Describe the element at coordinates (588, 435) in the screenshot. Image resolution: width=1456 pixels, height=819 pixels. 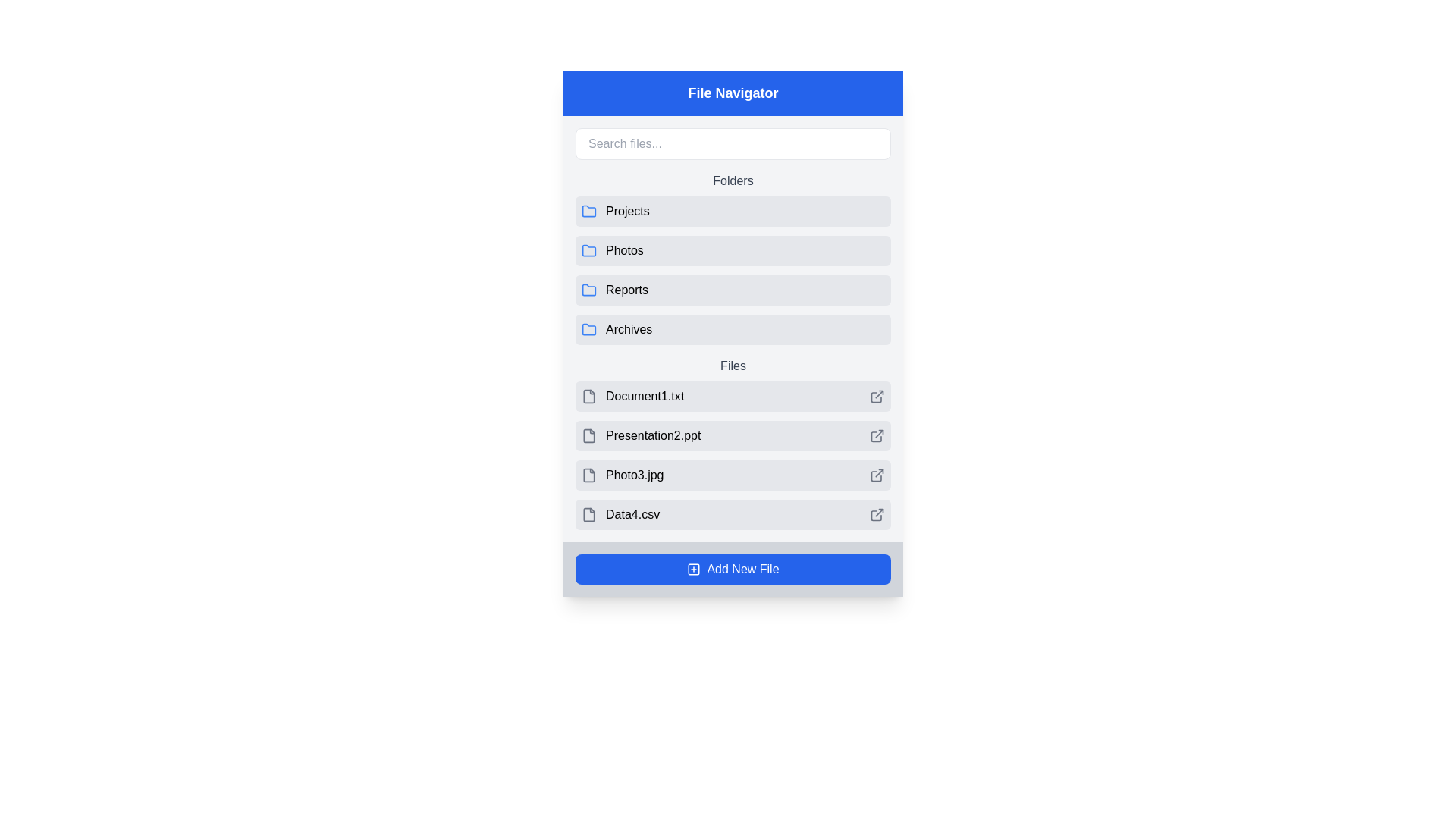
I see `the file icon representing 'Presentation2.ppt' located in the 'Files' section of the layout` at that location.